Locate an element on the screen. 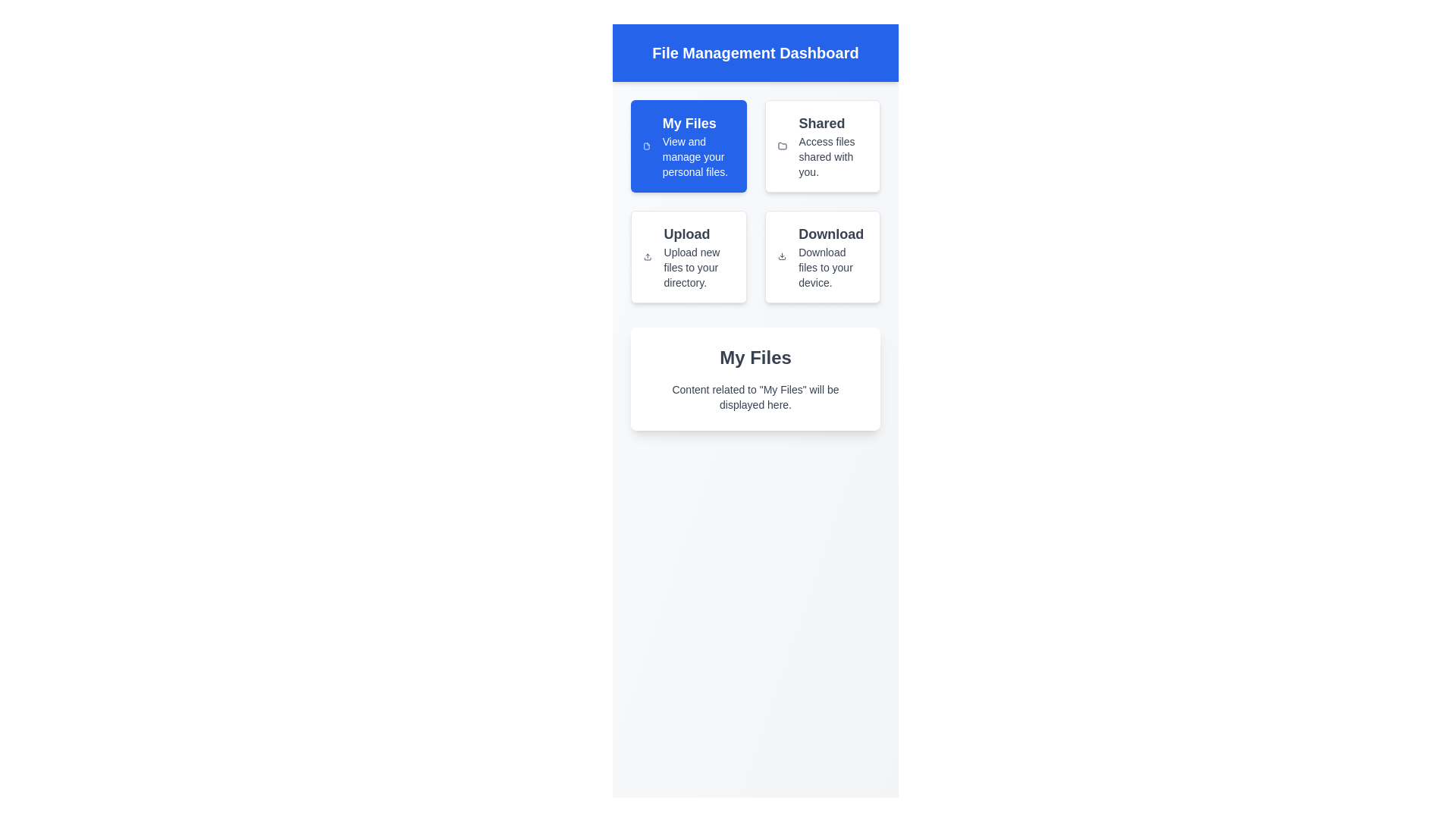 This screenshot has height=819, width=1456. the 'Shared' text block within the card interface located in the top-right corner of the grid layout beneath the blue header is located at coordinates (832, 146).